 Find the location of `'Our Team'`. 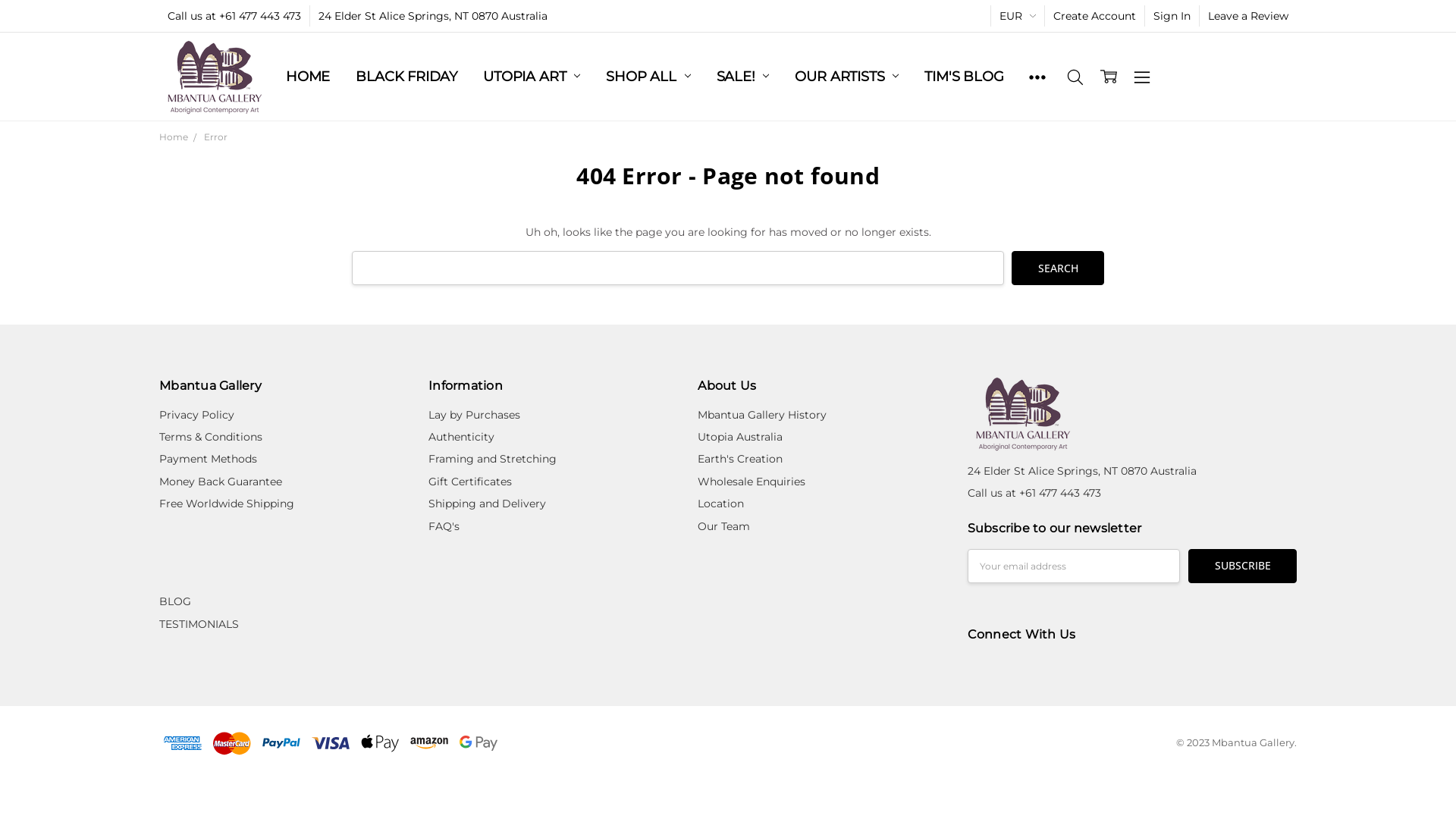

'Our Team' is located at coordinates (723, 526).